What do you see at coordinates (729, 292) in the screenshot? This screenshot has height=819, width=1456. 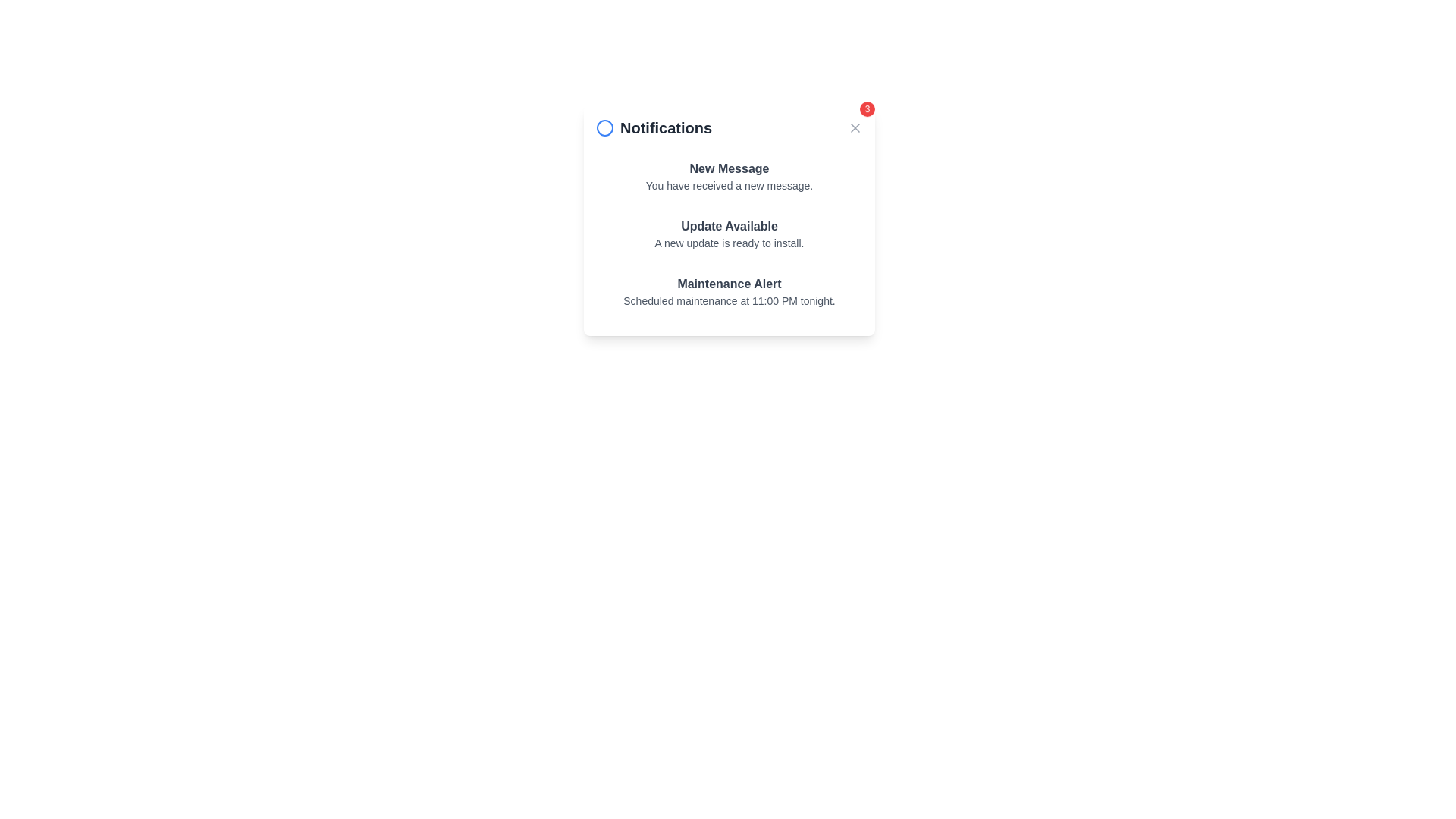 I see `the third informational notification component that informs the user about a scheduled maintenance event, positioned at the bottom of the notification list` at bounding box center [729, 292].